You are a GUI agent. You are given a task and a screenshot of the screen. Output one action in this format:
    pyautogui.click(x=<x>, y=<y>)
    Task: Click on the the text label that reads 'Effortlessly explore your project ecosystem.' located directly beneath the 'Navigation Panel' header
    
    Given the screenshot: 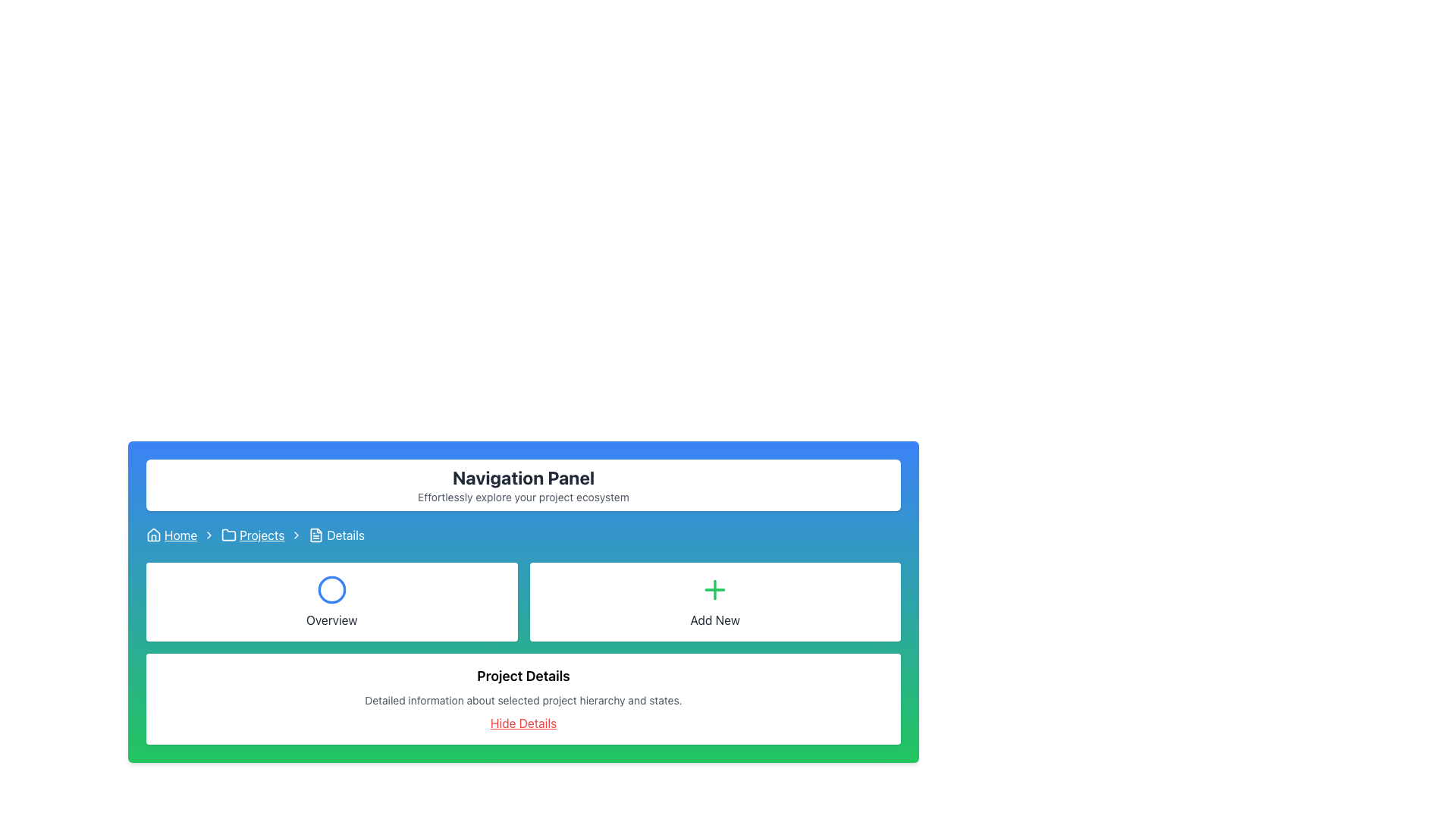 What is the action you would take?
    pyautogui.click(x=523, y=497)
    